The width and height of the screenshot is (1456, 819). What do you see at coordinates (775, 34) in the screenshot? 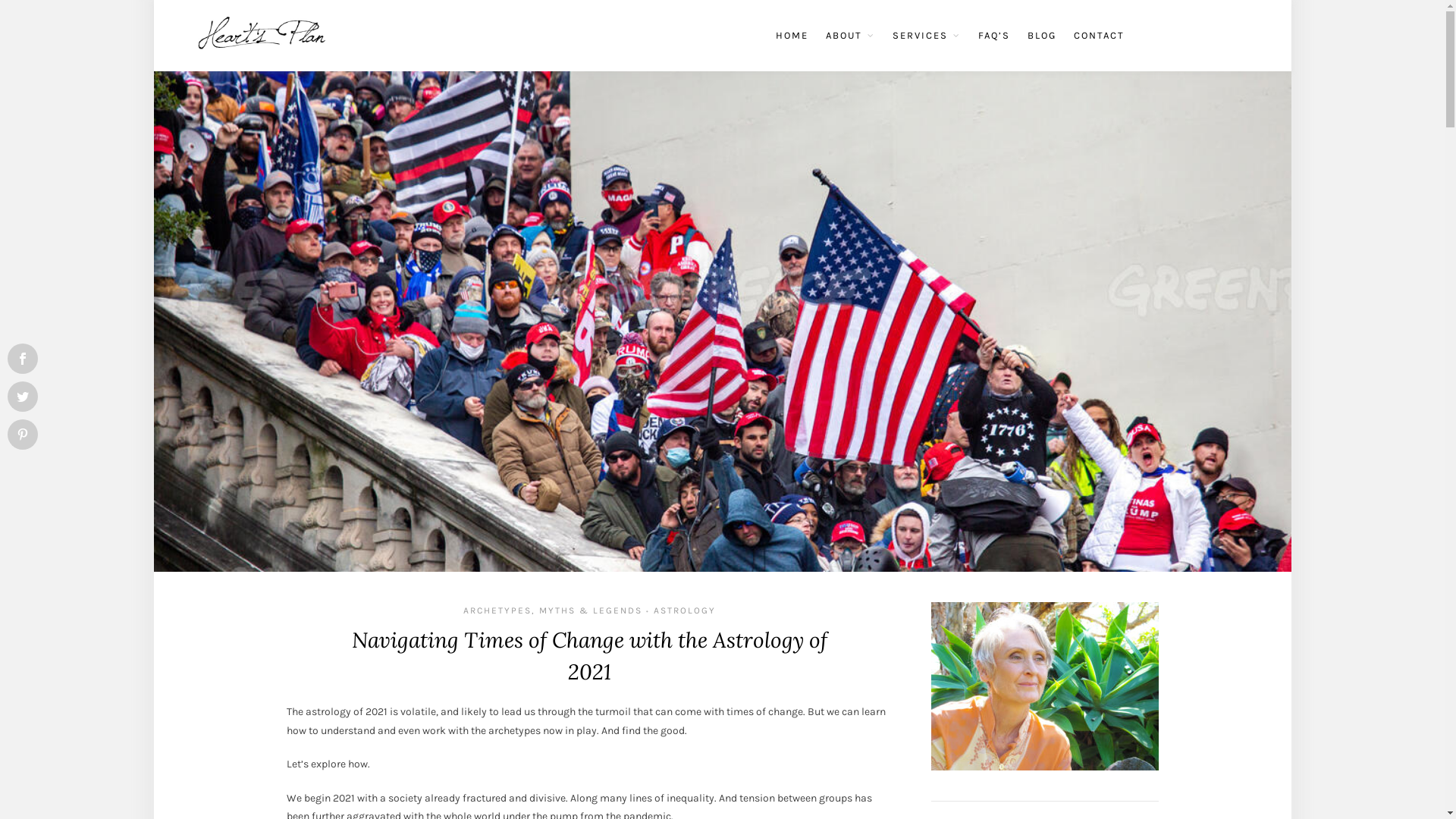
I see `'HOME'` at bounding box center [775, 34].